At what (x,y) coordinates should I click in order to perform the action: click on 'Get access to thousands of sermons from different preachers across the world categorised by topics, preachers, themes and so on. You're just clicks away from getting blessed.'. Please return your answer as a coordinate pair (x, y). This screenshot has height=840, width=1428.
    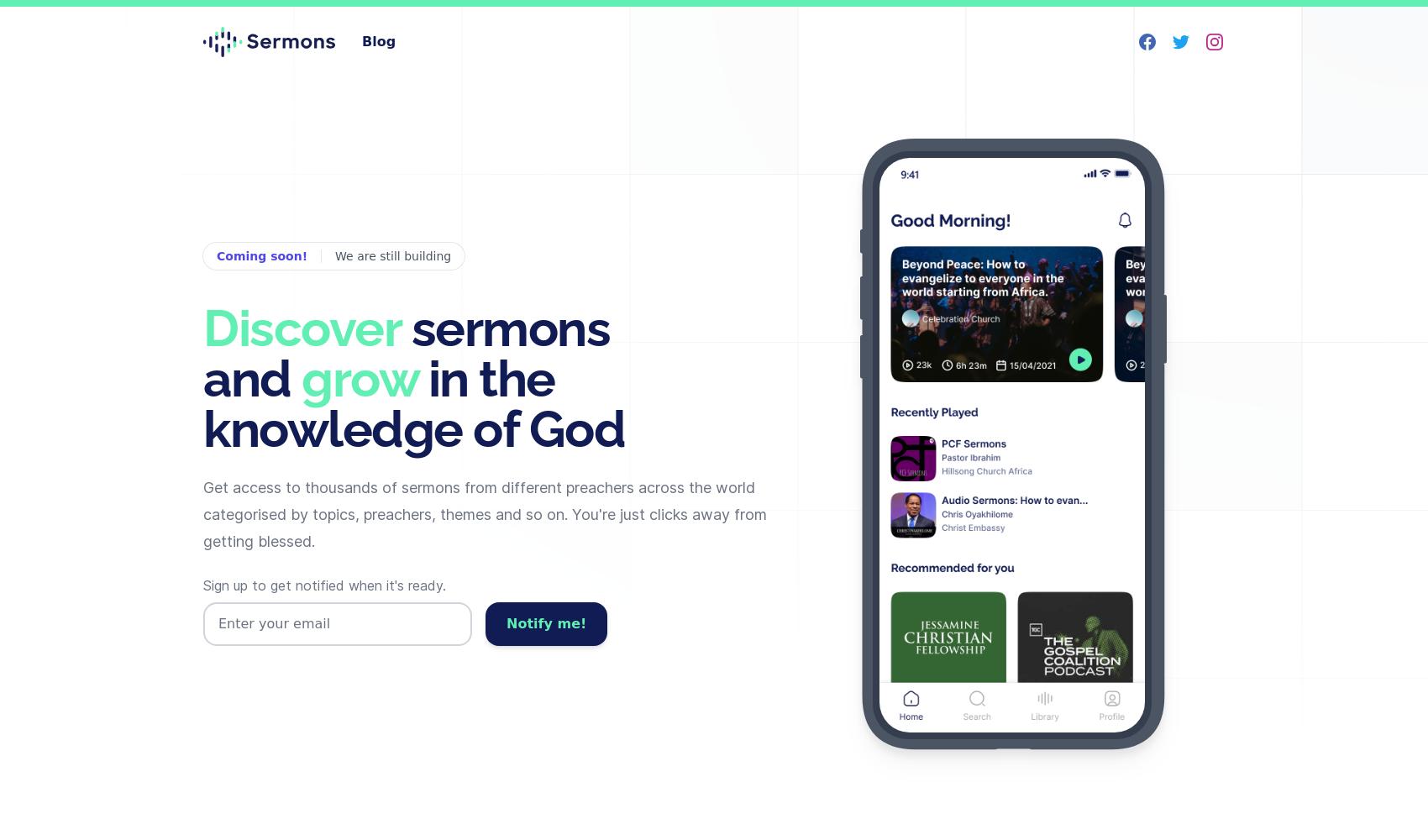
    Looking at the image, I should click on (203, 512).